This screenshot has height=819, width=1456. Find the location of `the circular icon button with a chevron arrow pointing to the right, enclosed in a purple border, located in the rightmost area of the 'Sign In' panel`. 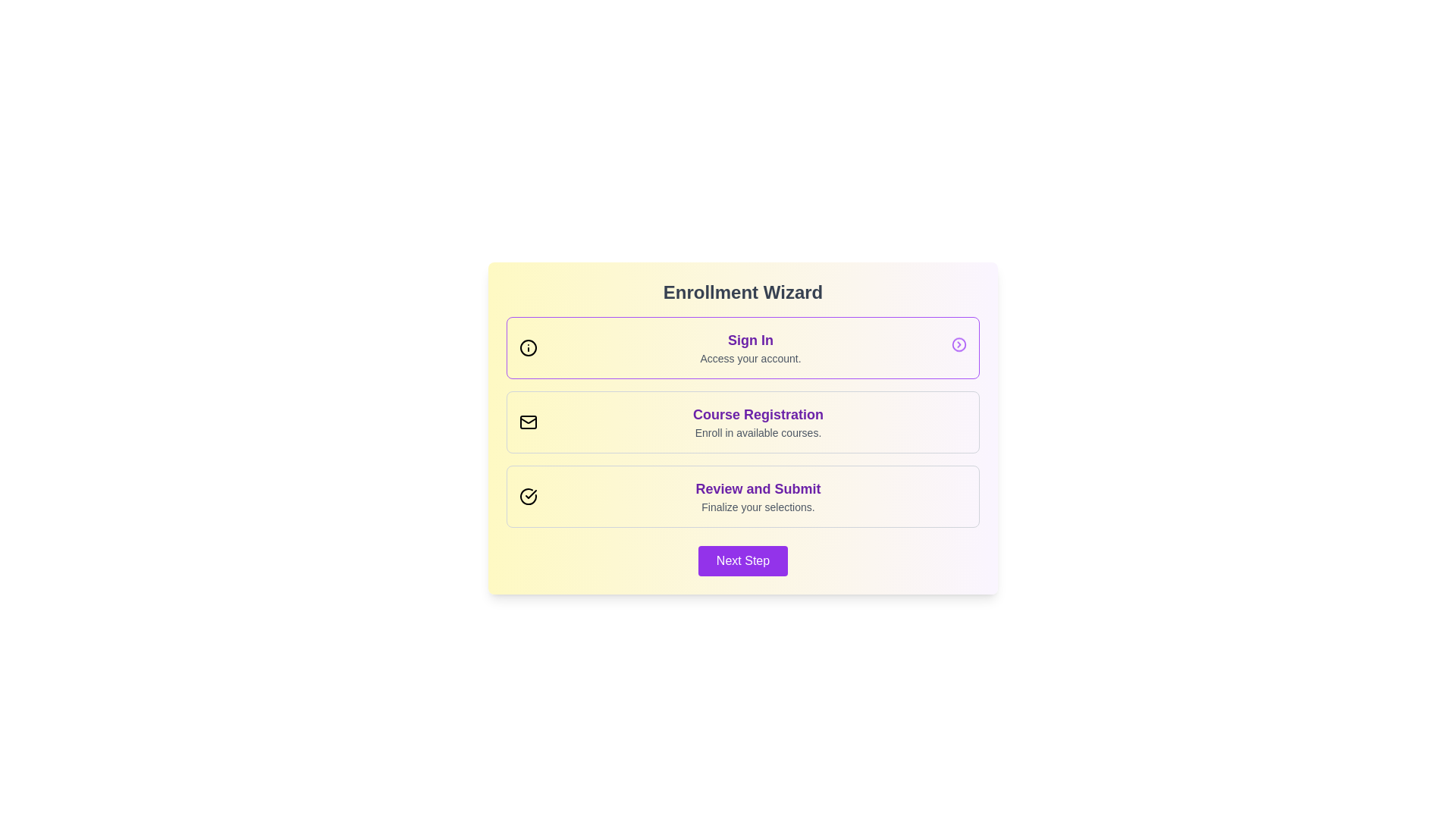

the circular icon button with a chevron arrow pointing to the right, enclosed in a purple border, located in the rightmost area of the 'Sign In' panel is located at coordinates (959, 346).